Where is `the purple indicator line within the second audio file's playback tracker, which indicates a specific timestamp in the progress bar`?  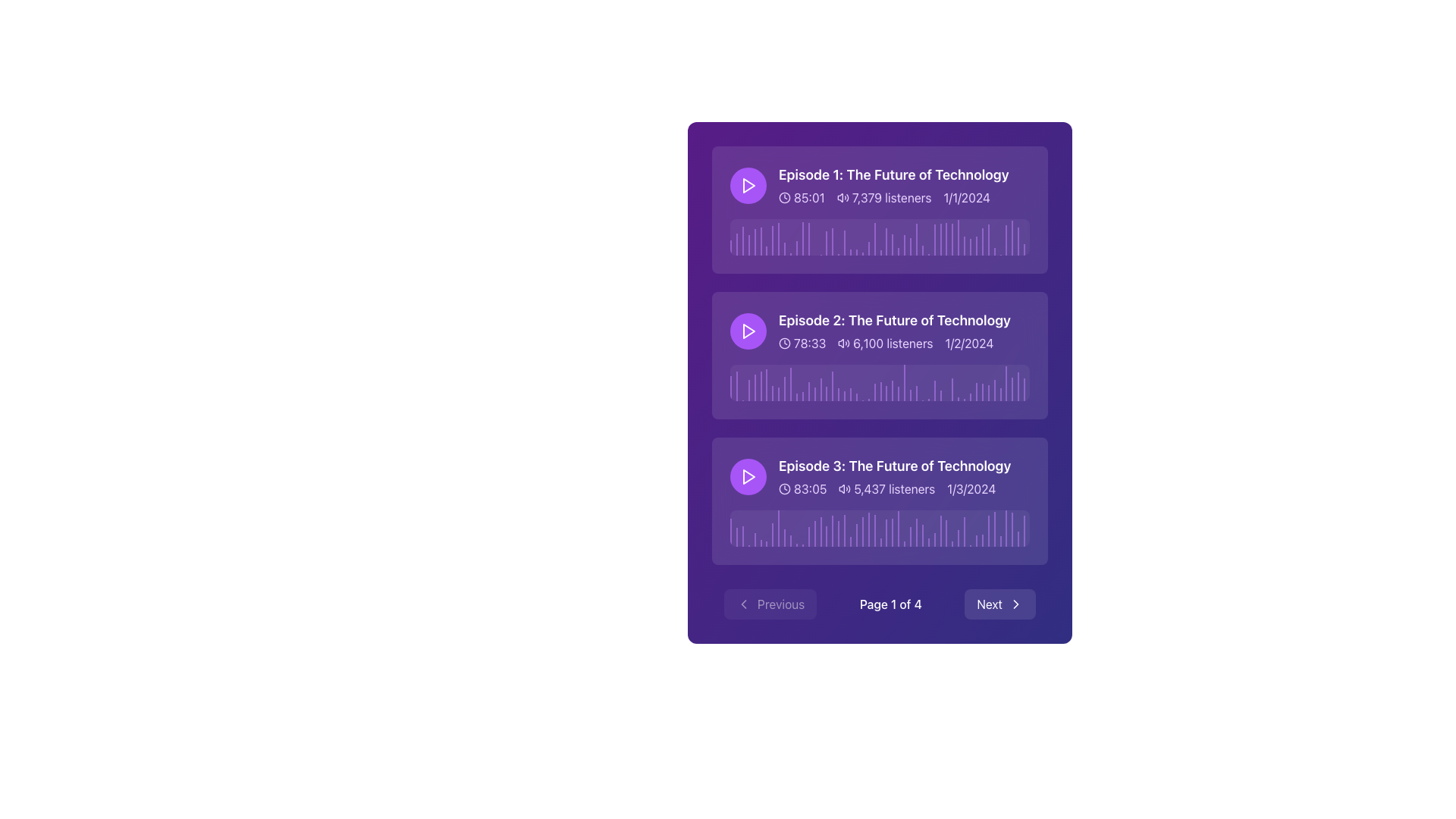 the purple indicator line within the second audio file's playback tracker, which indicates a specific timestamp in the progress bar is located at coordinates (767, 384).